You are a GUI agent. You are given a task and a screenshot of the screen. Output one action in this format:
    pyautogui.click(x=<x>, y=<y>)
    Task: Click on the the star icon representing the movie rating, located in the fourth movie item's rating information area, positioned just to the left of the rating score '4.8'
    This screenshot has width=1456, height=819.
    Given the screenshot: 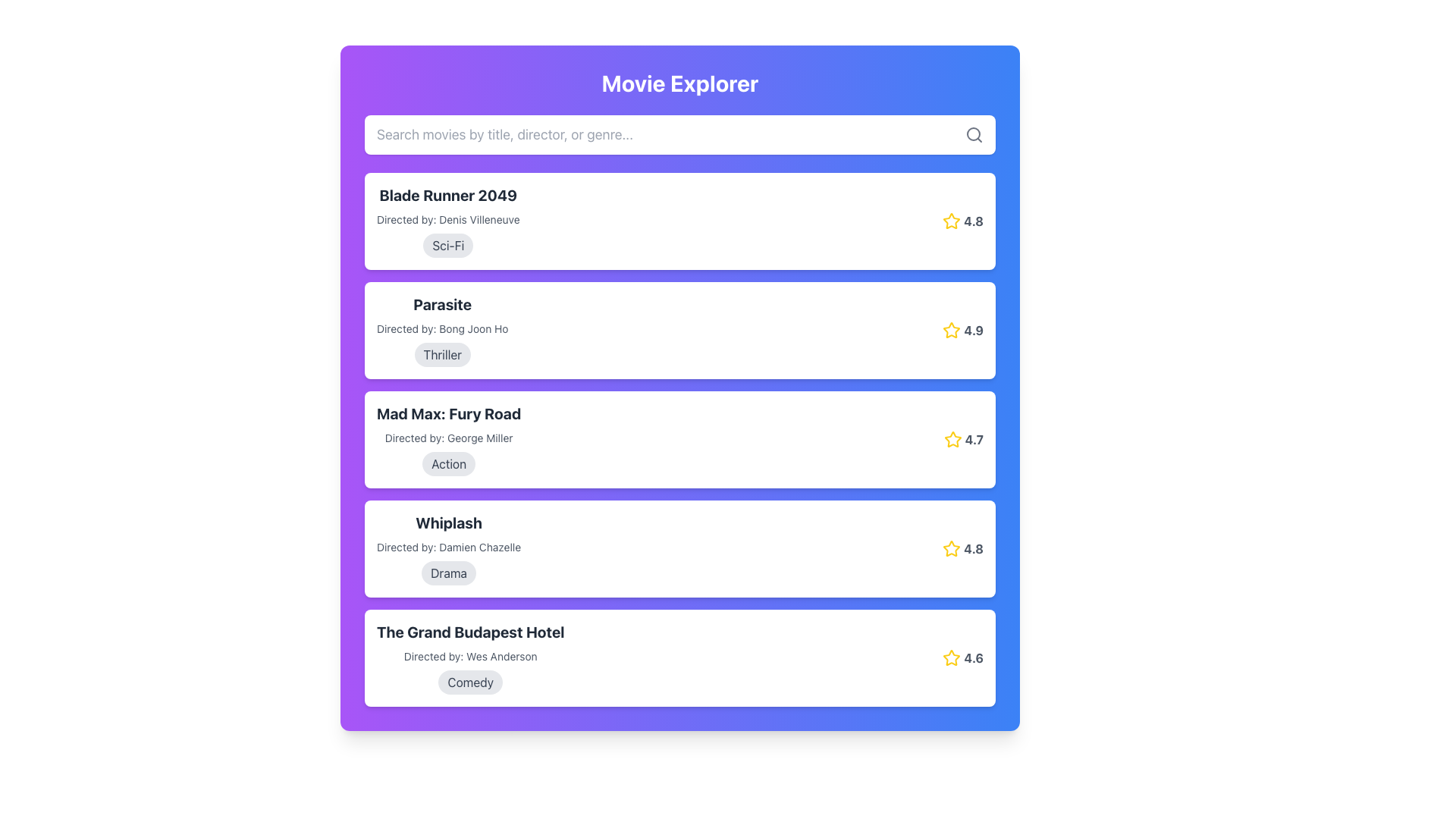 What is the action you would take?
    pyautogui.click(x=951, y=549)
    